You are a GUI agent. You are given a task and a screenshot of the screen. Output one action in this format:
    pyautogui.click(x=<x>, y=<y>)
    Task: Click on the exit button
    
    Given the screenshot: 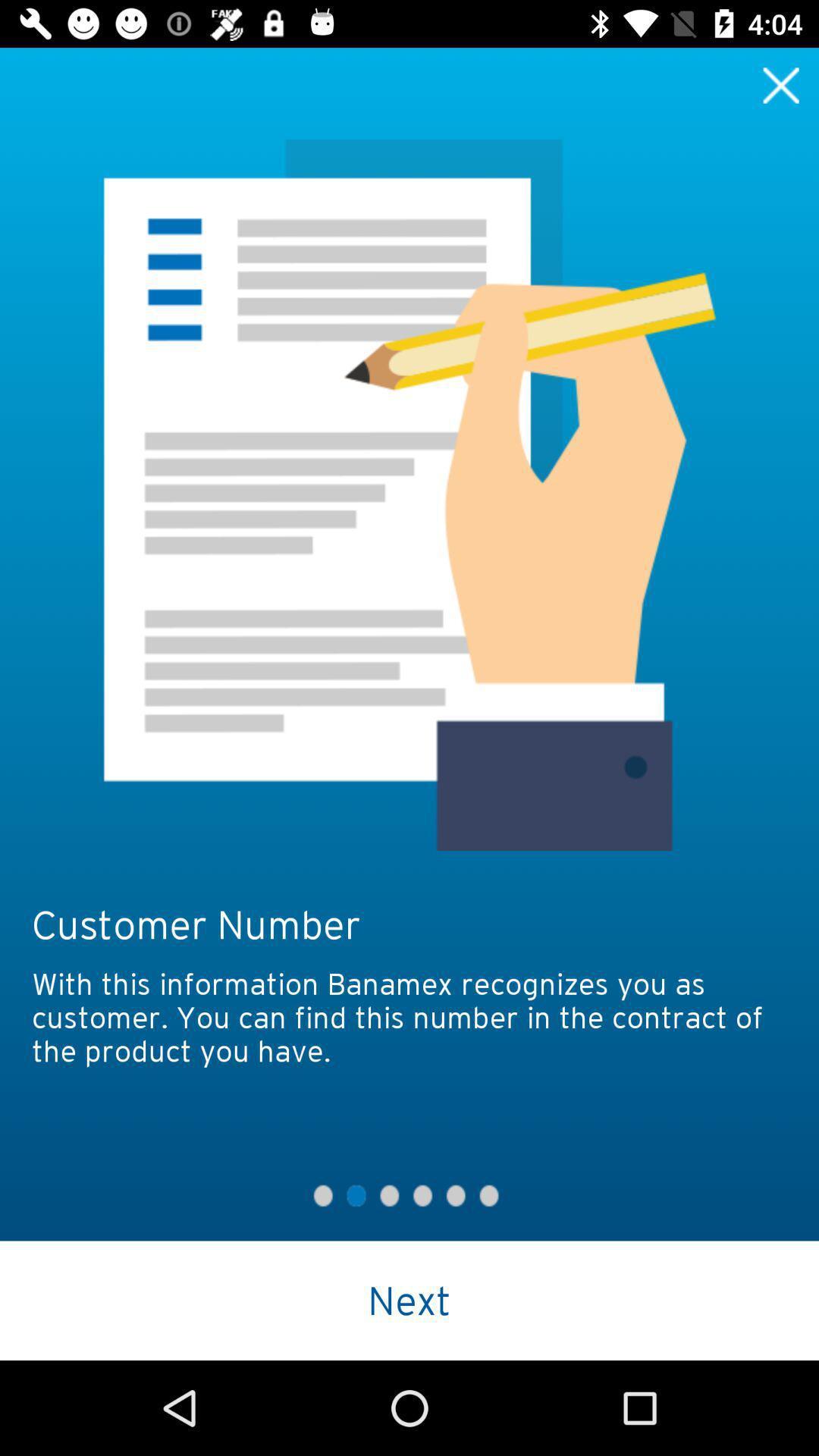 What is the action you would take?
    pyautogui.click(x=781, y=84)
    